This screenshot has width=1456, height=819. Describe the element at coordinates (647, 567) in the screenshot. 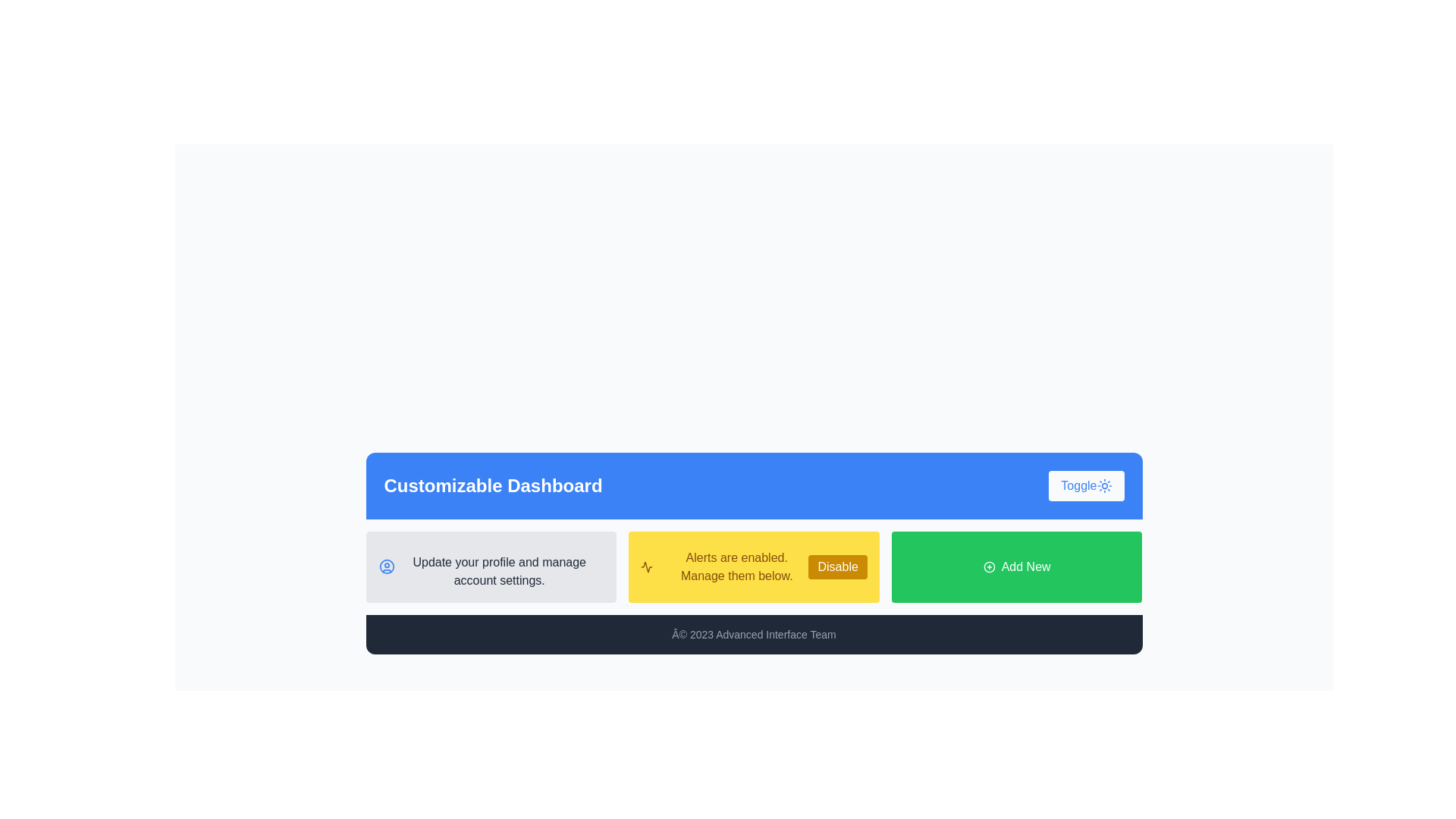

I see `the icon with a yellow background located to the left of the text 'Alerts are enabled. Manage them below.'` at that location.